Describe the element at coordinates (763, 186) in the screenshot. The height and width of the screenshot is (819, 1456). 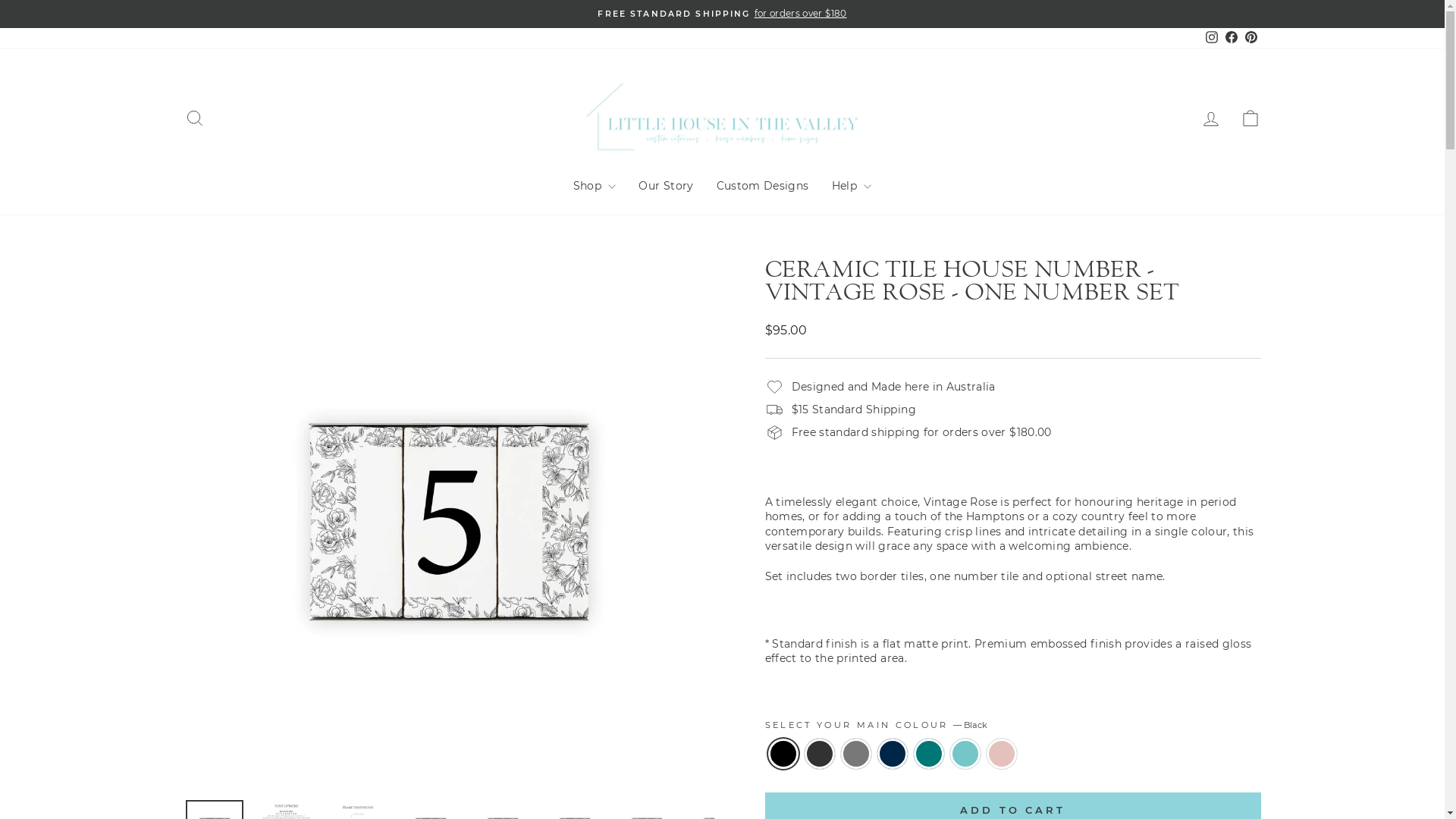
I see `'Custom Designs'` at that location.